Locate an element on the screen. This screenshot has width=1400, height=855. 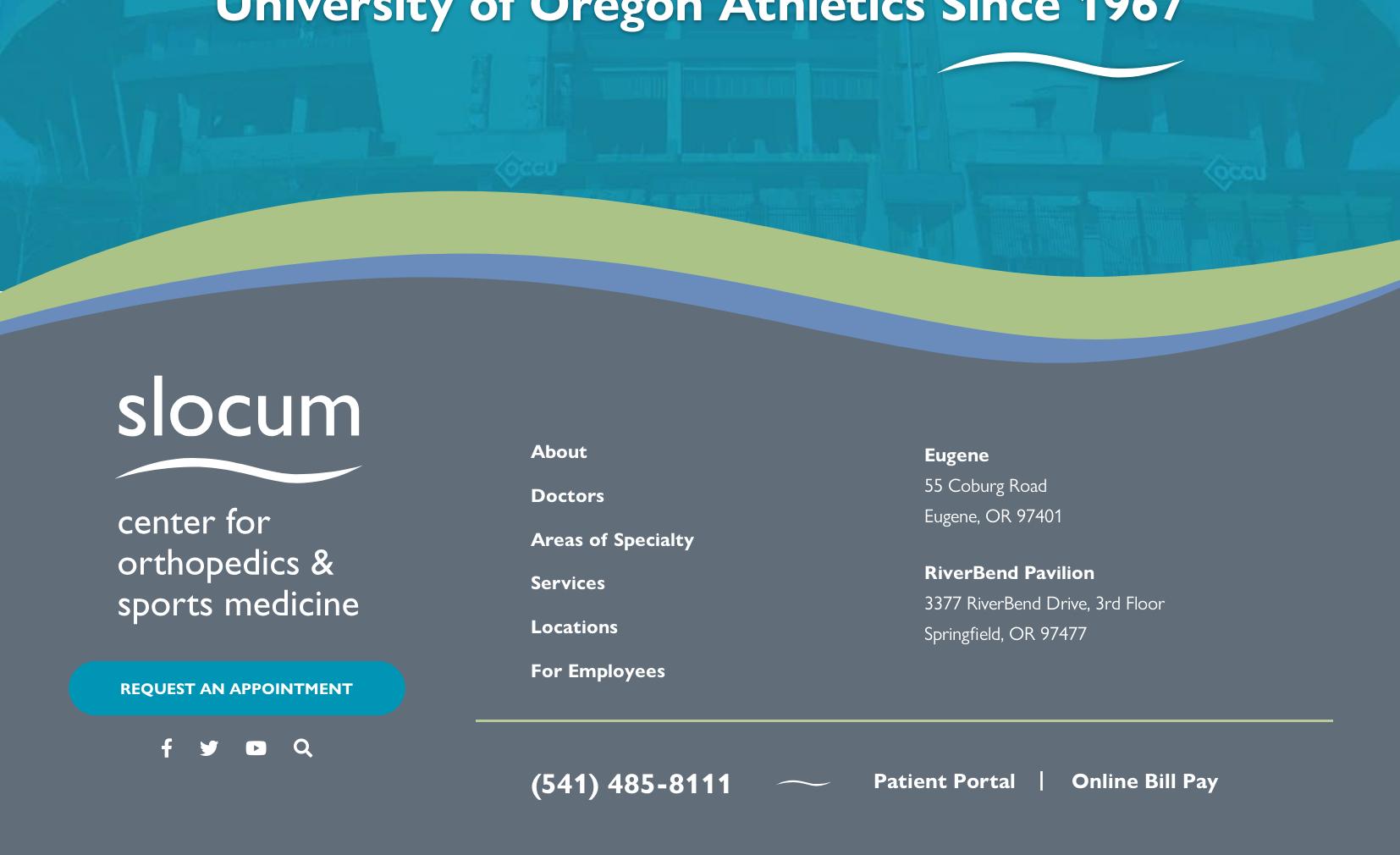
'For Employees' is located at coordinates (598, 670).